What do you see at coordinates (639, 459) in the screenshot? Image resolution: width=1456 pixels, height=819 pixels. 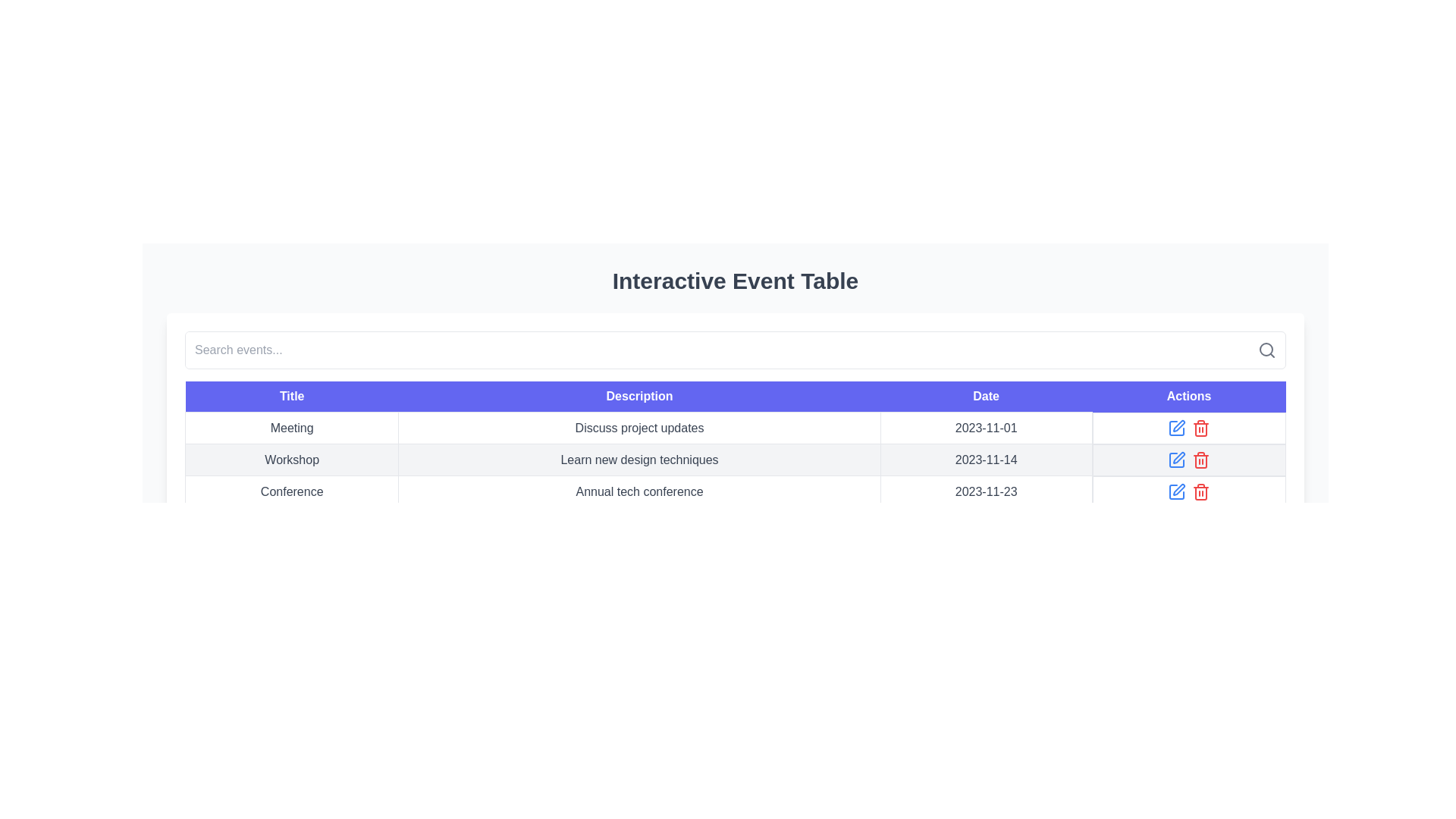 I see `the text label element that states 'Learn new design techniques', located in the second item of the 'Description' column adjacent to the 'Workshop' title` at bounding box center [639, 459].